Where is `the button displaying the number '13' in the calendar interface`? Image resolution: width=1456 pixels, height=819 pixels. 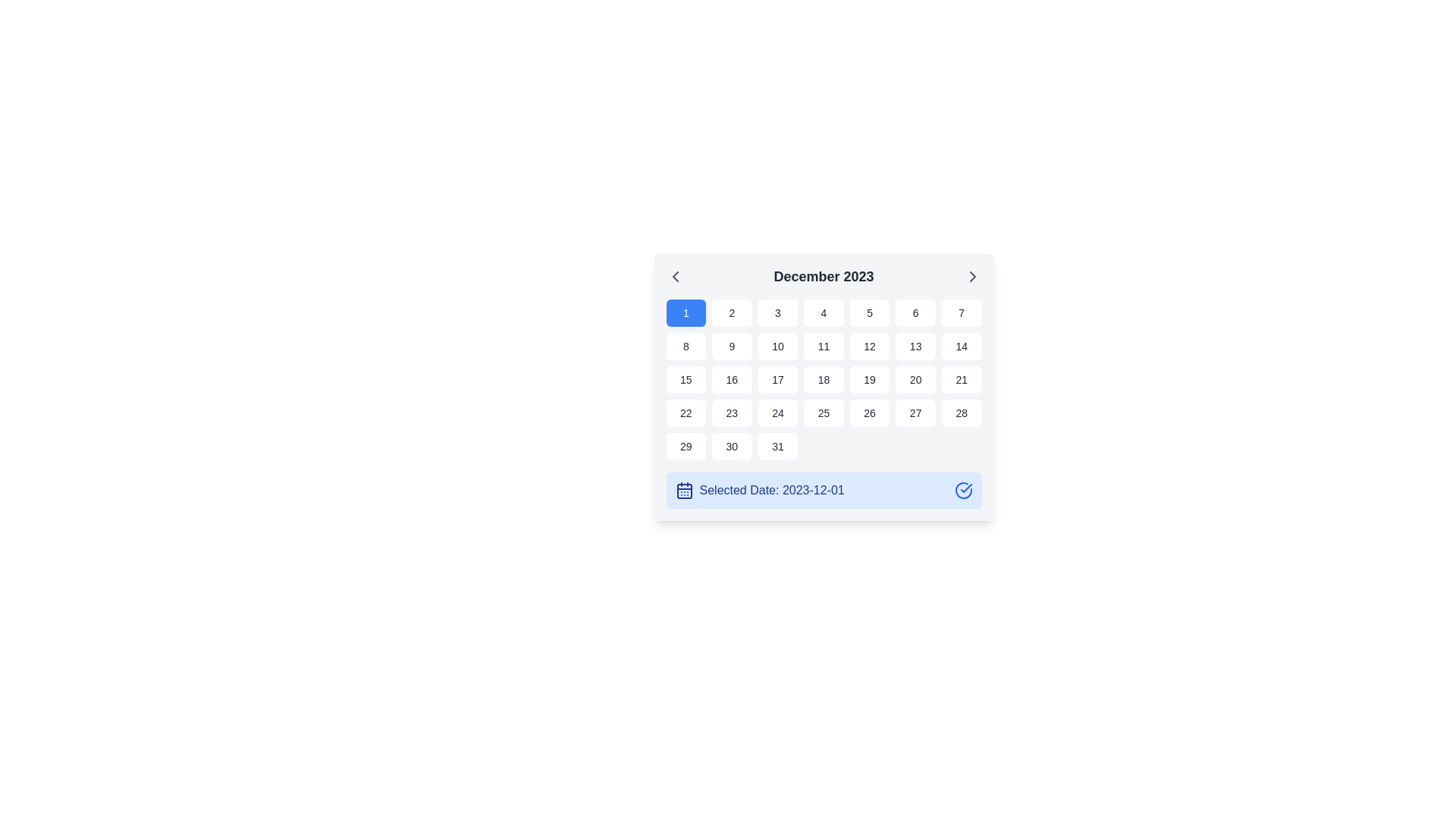 the button displaying the number '13' in the calendar interface is located at coordinates (915, 346).